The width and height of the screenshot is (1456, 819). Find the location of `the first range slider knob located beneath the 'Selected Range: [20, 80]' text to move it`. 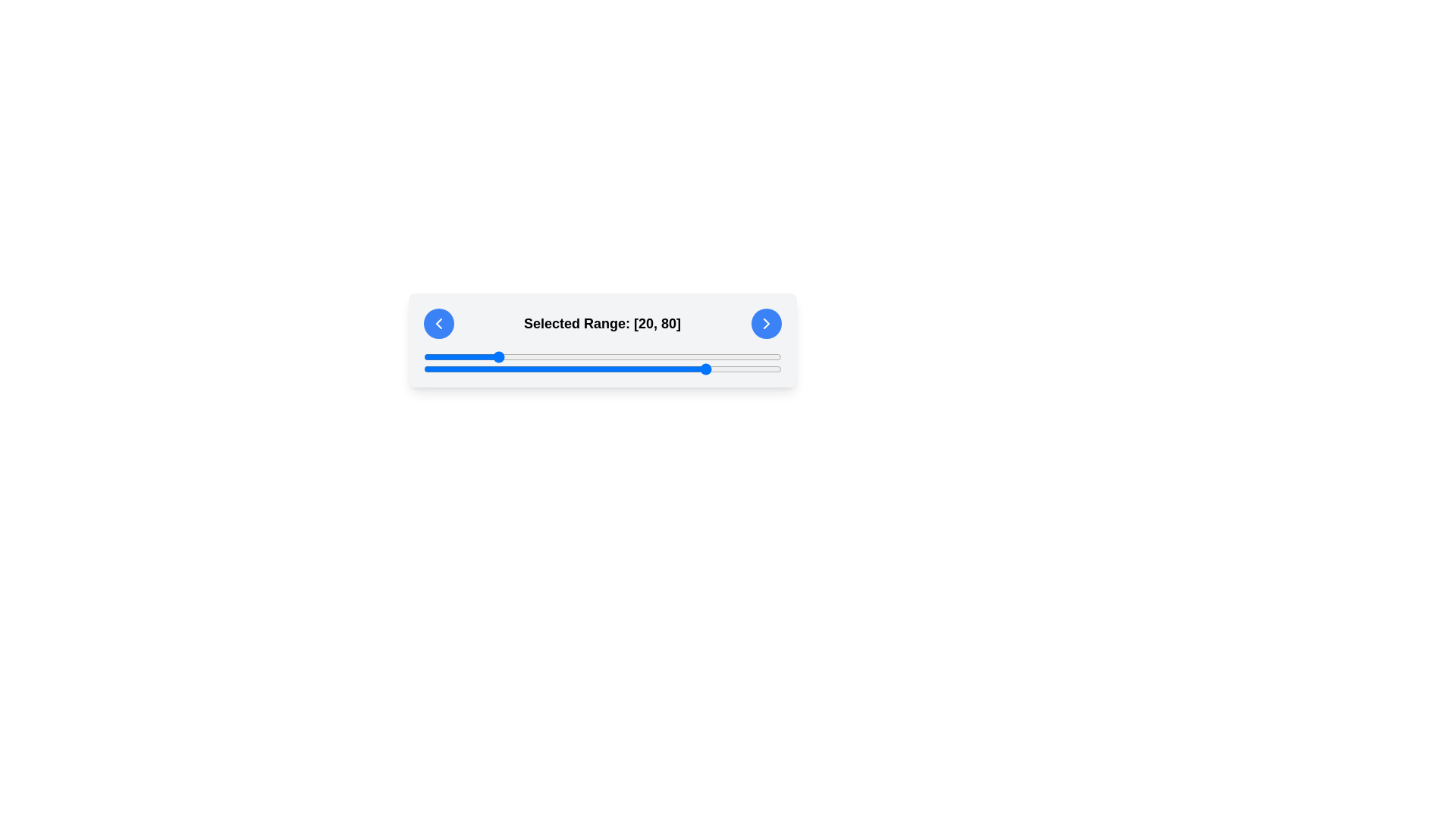

the first range slider knob located beneath the 'Selected Range: [20, 80]' text to move it is located at coordinates (601, 356).